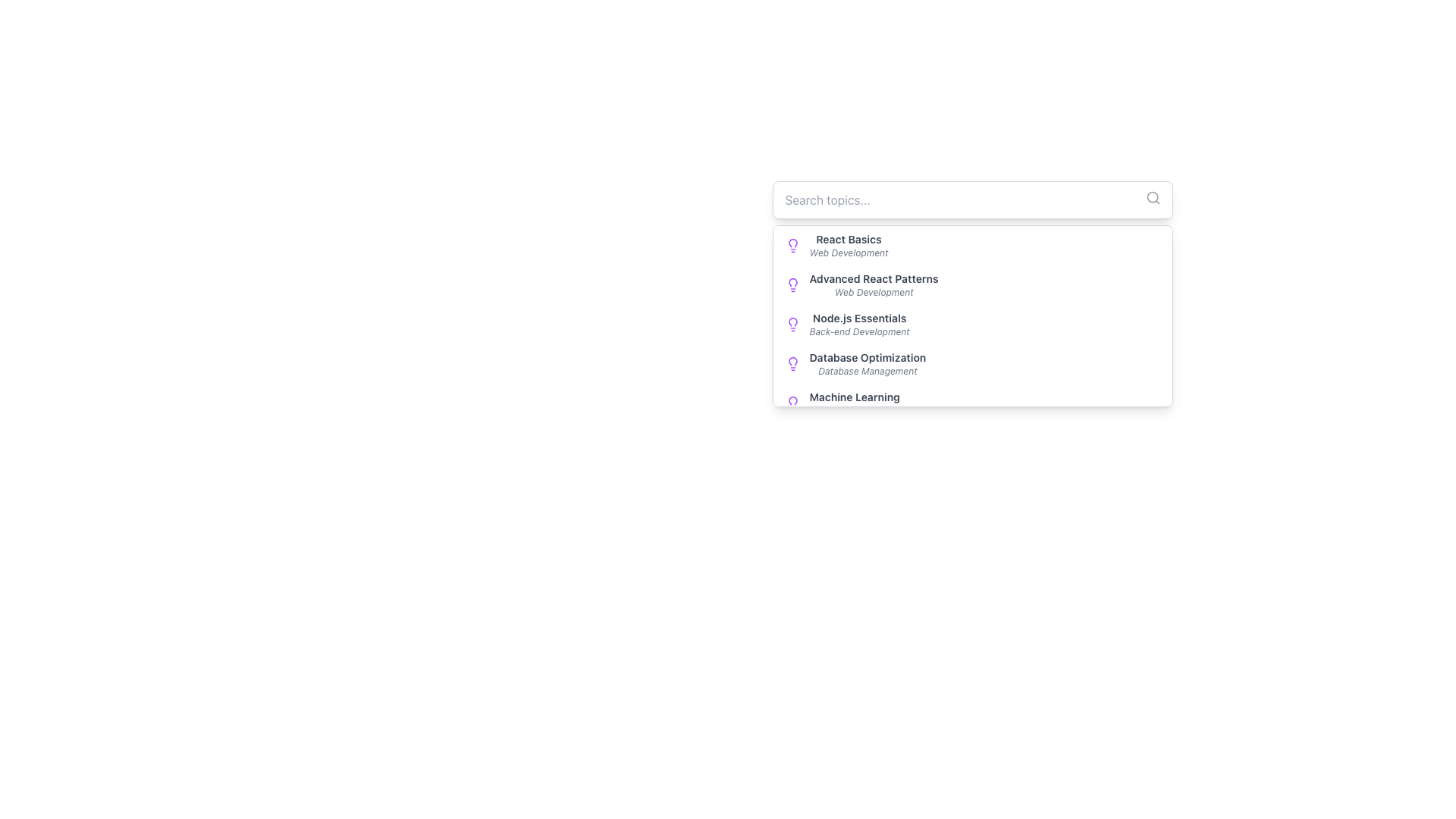  Describe the element at coordinates (972, 403) in the screenshot. I see `to select the last item in the dropdown list, which features a purple light bulb icon and the text 'Machine Learning' in bold with 'Data Science' in italic below it` at that location.